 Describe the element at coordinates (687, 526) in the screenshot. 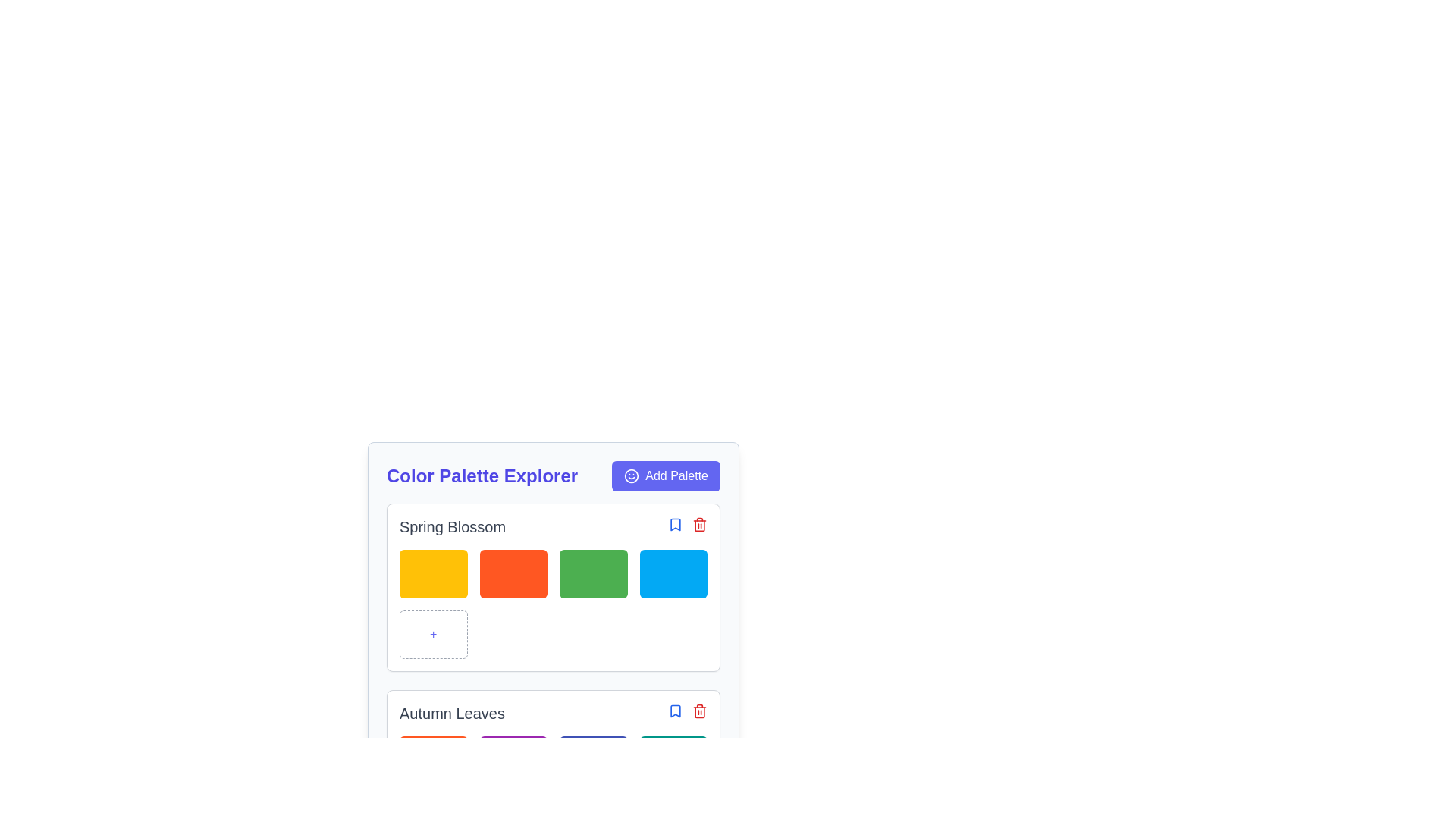

I see `the icon button that deletes the 'Spring Blossom' color palette` at that location.